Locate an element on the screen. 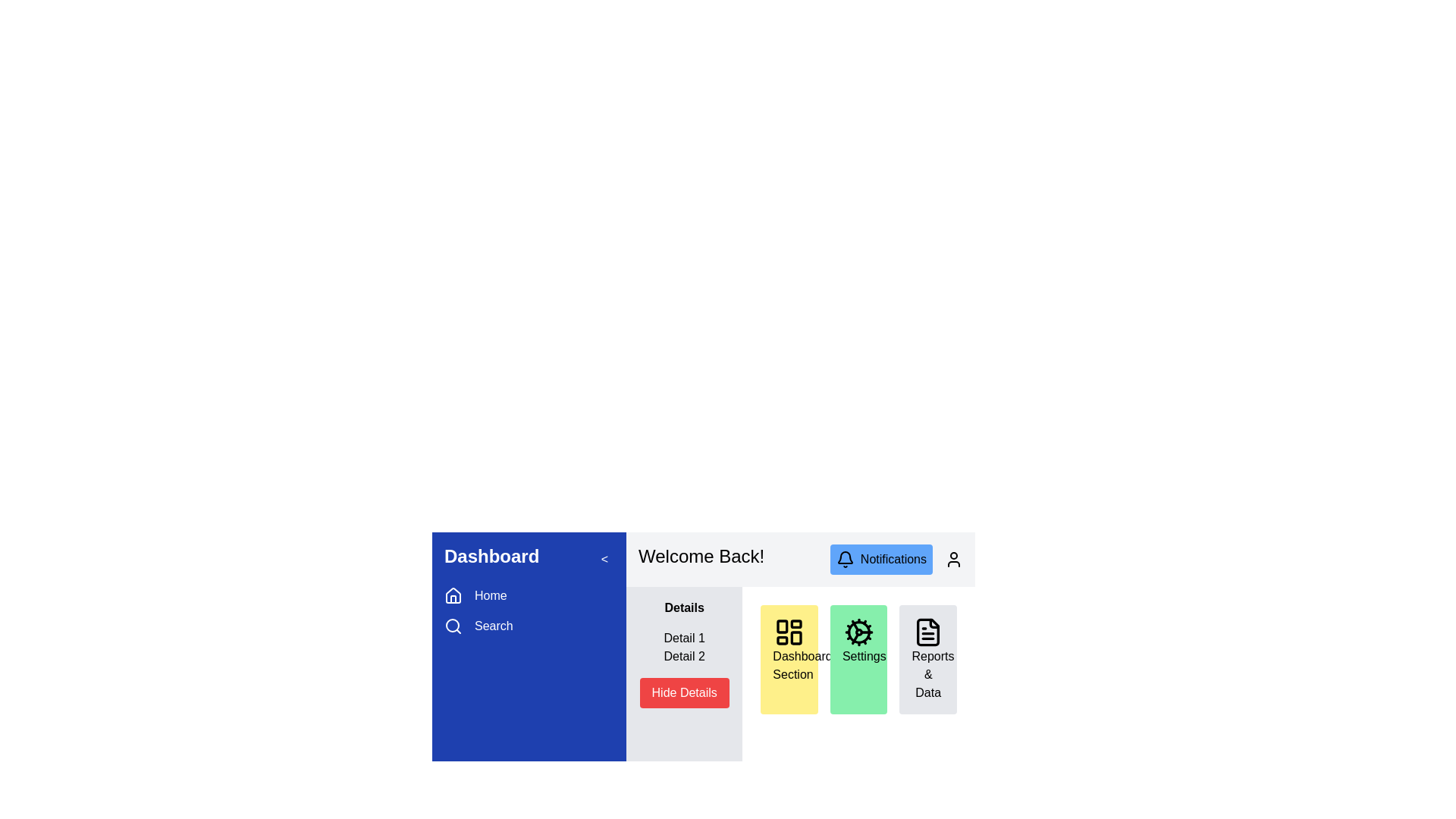 The width and height of the screenshot is (1456, 819). the text label that serves as a header or title, located to the left of an interactive '<' icon in the blue sidebar at the top-left area of the application layout is located at coordinates (491, 559).